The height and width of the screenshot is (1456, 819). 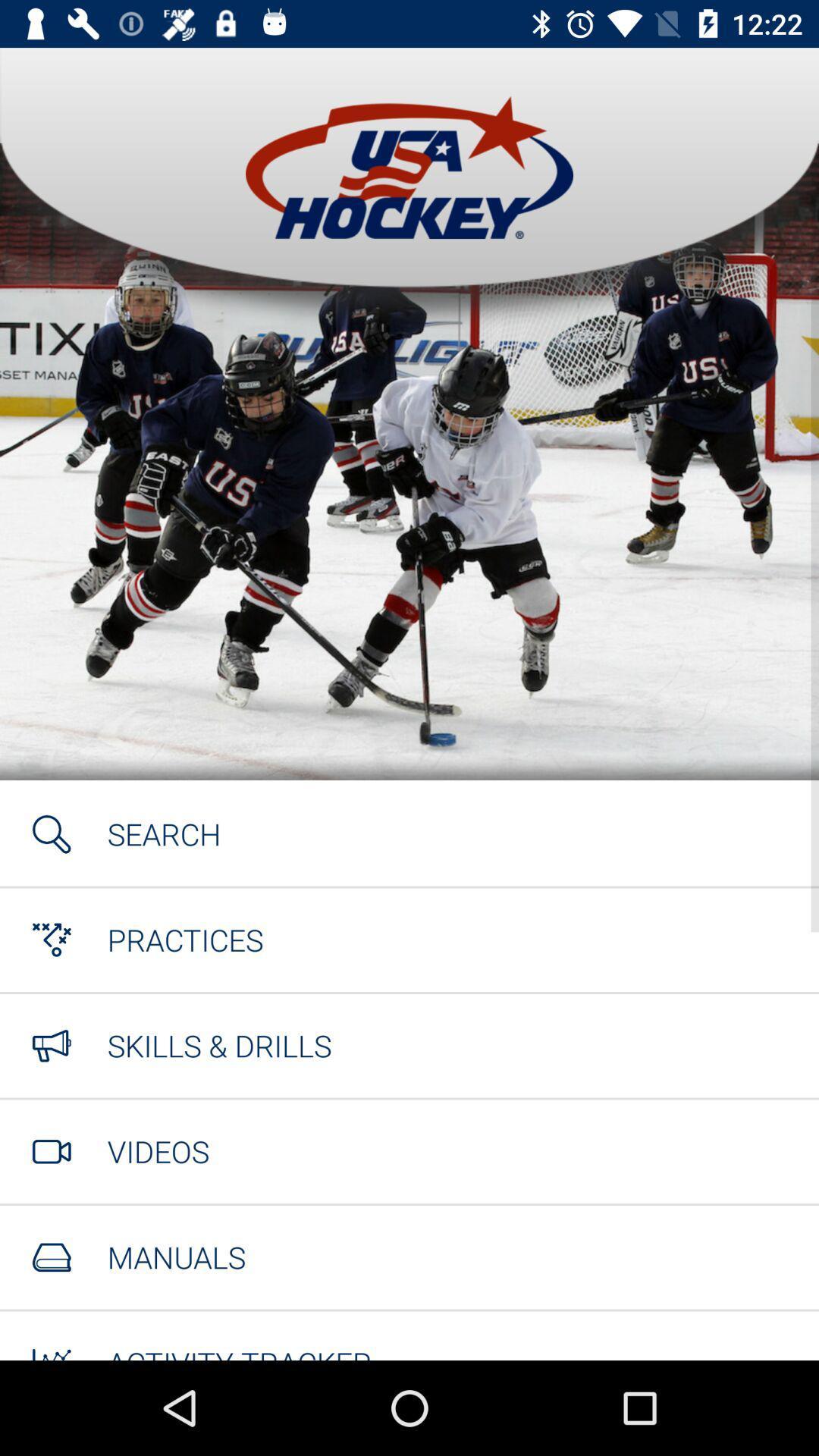 What do you see at coordinates (175, 1257) in the screenshot?
I see `item below videos` at bounding box center [175, 1257].